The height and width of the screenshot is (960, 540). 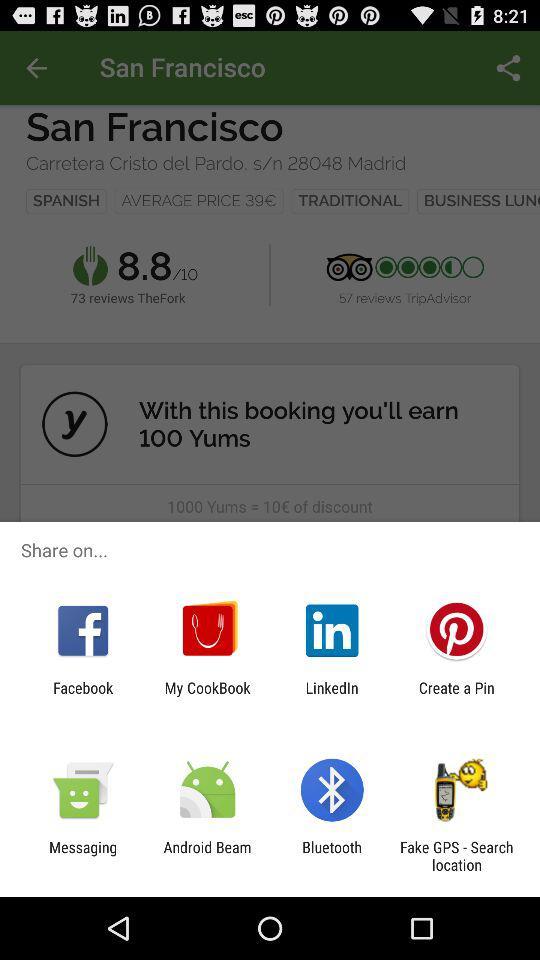 I want to click on the item to the right of the linkedin item, so click(x=456, y=696).